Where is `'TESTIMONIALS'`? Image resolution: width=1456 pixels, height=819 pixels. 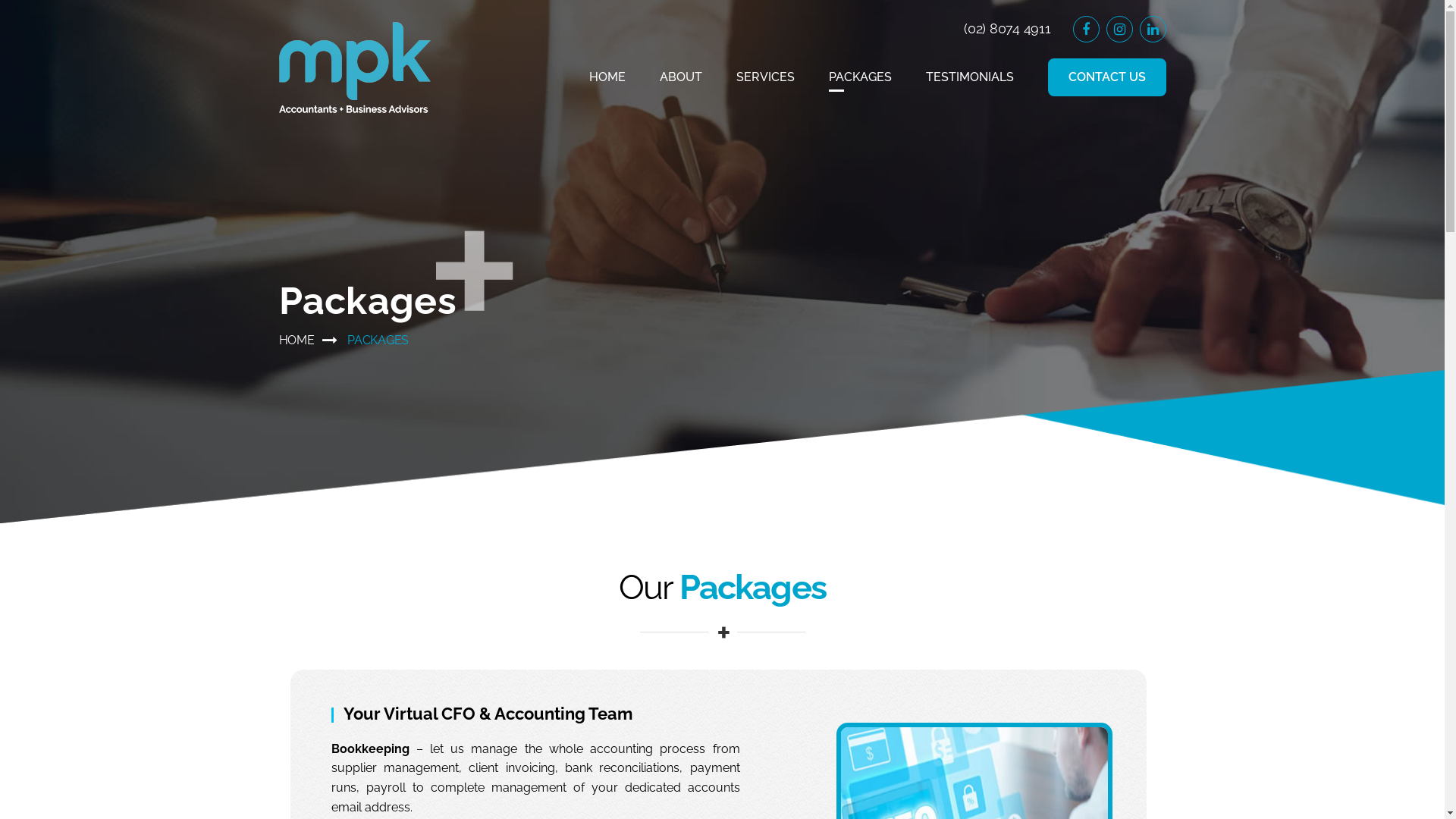 'TESTIMONIALS' is located at coordinates (968, 77).